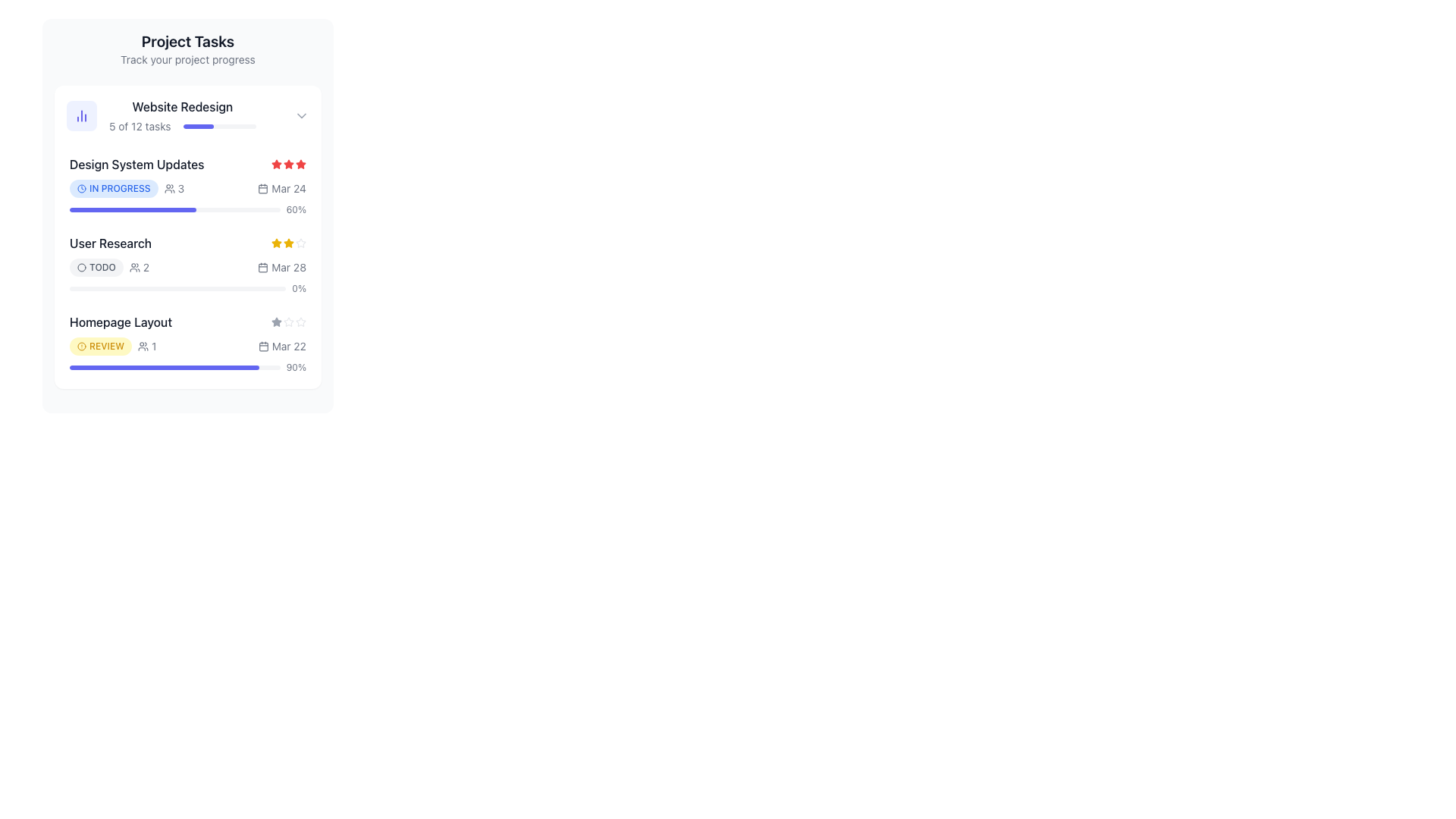 The image size is (1456, 819). Describe the element at coordinates (81, 267) in the screenshot. I see `the small hollow circle icon with a gray stroke, located within the 'User Research' task entry badge adjacent to the text 'TODO'` at that location.